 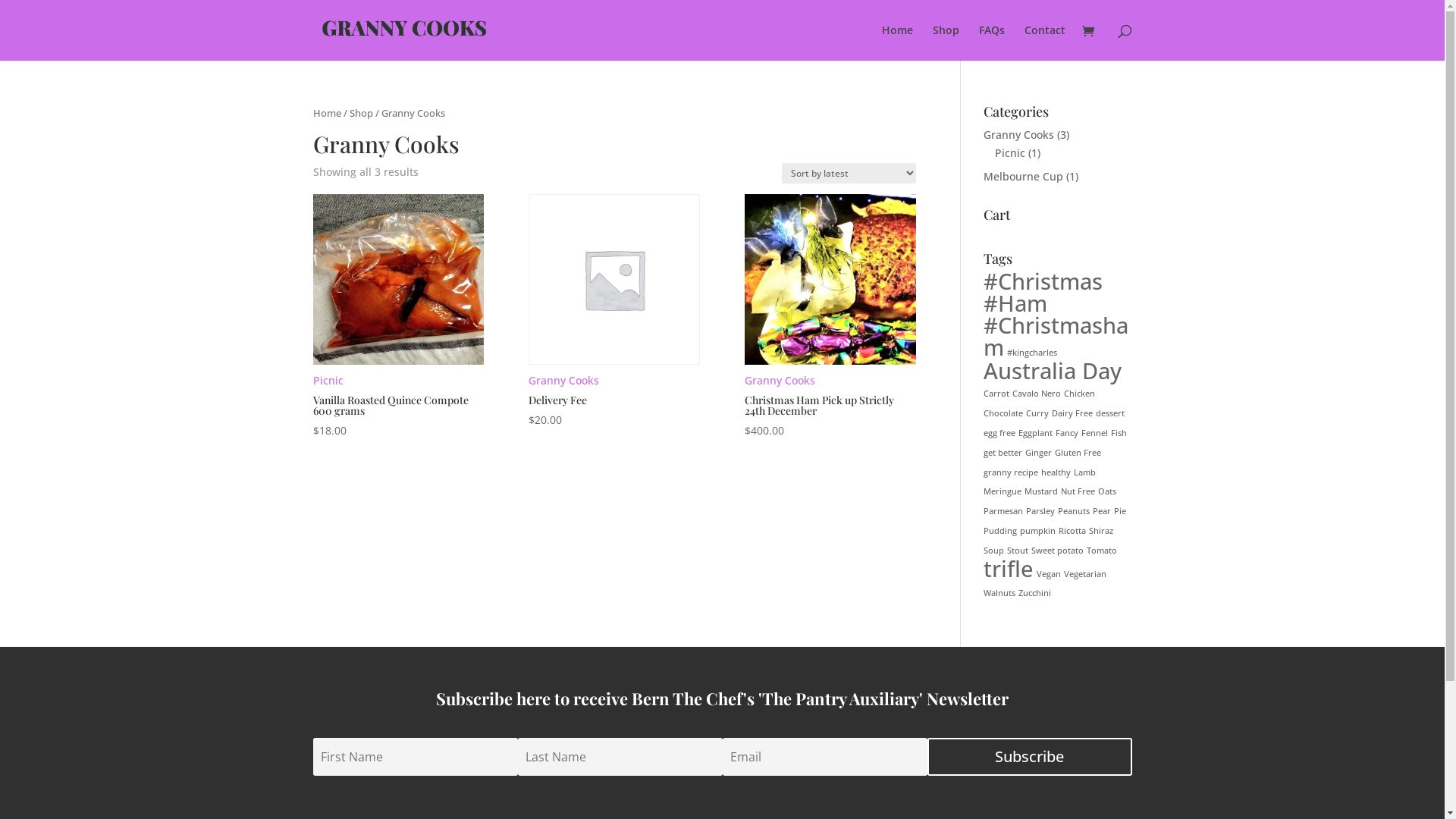 I want to click on 'Zucchini', so click(x=1018, y=592).